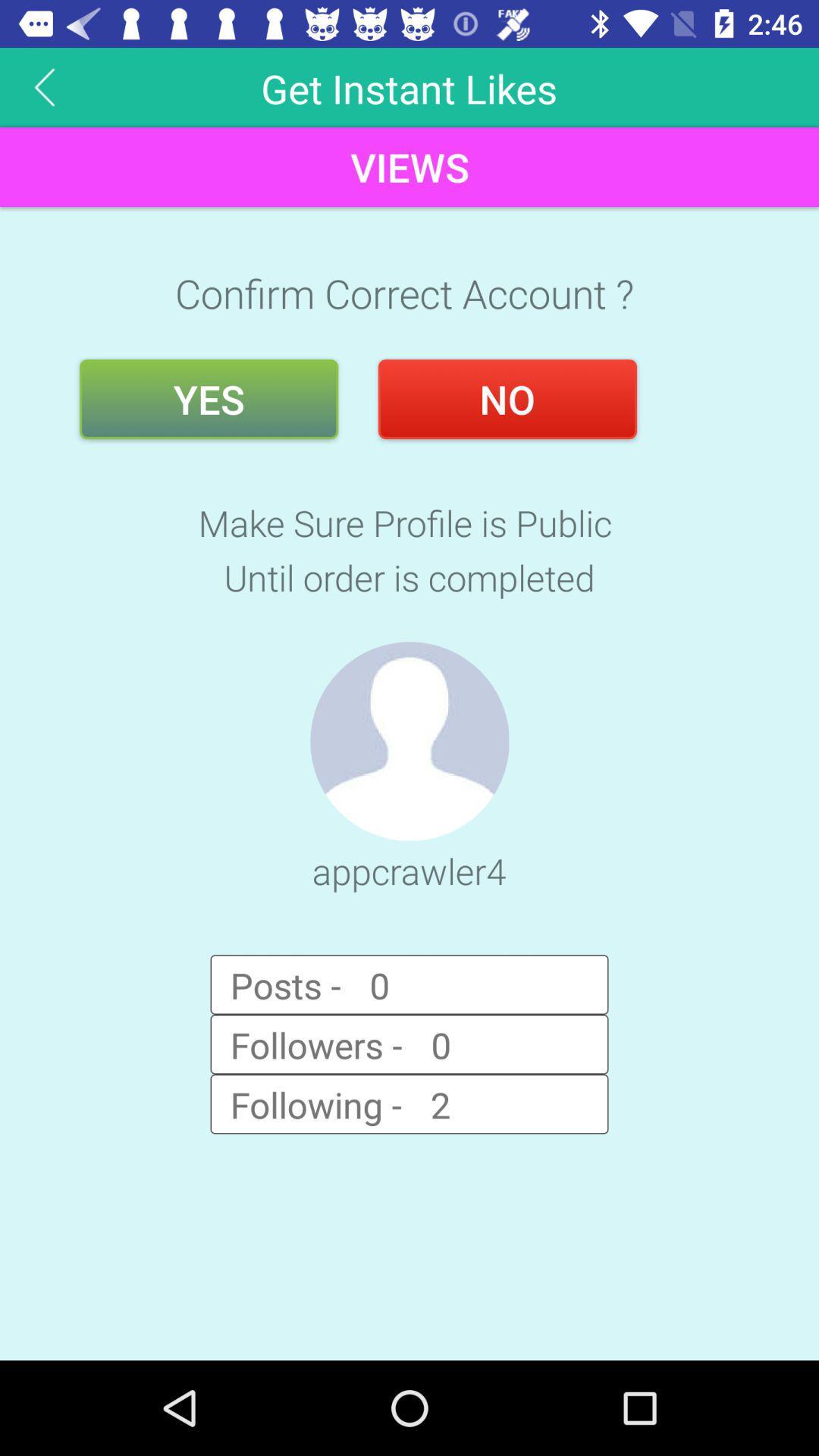  I want to click on the item next to the get instant likes app, so click(44, 86).